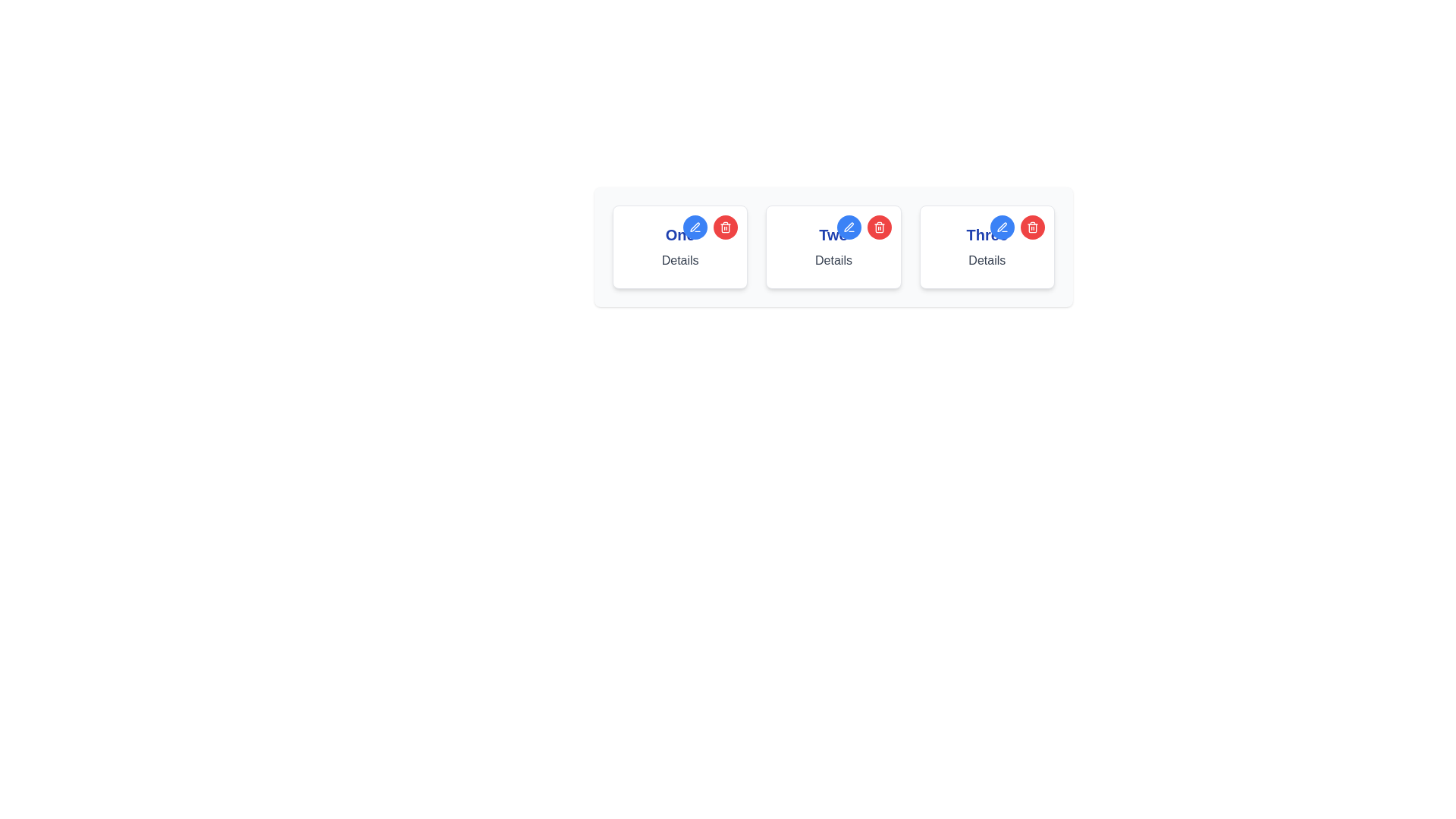 This screenshot has width=1456, height=819. What do you see at coordinates (695, 227) in the screenshot?
I see `the icon button that represents a pen within a circular blue background, located in the center card of a horizontally aligned set of three cards` at bounding box center [695, 227].